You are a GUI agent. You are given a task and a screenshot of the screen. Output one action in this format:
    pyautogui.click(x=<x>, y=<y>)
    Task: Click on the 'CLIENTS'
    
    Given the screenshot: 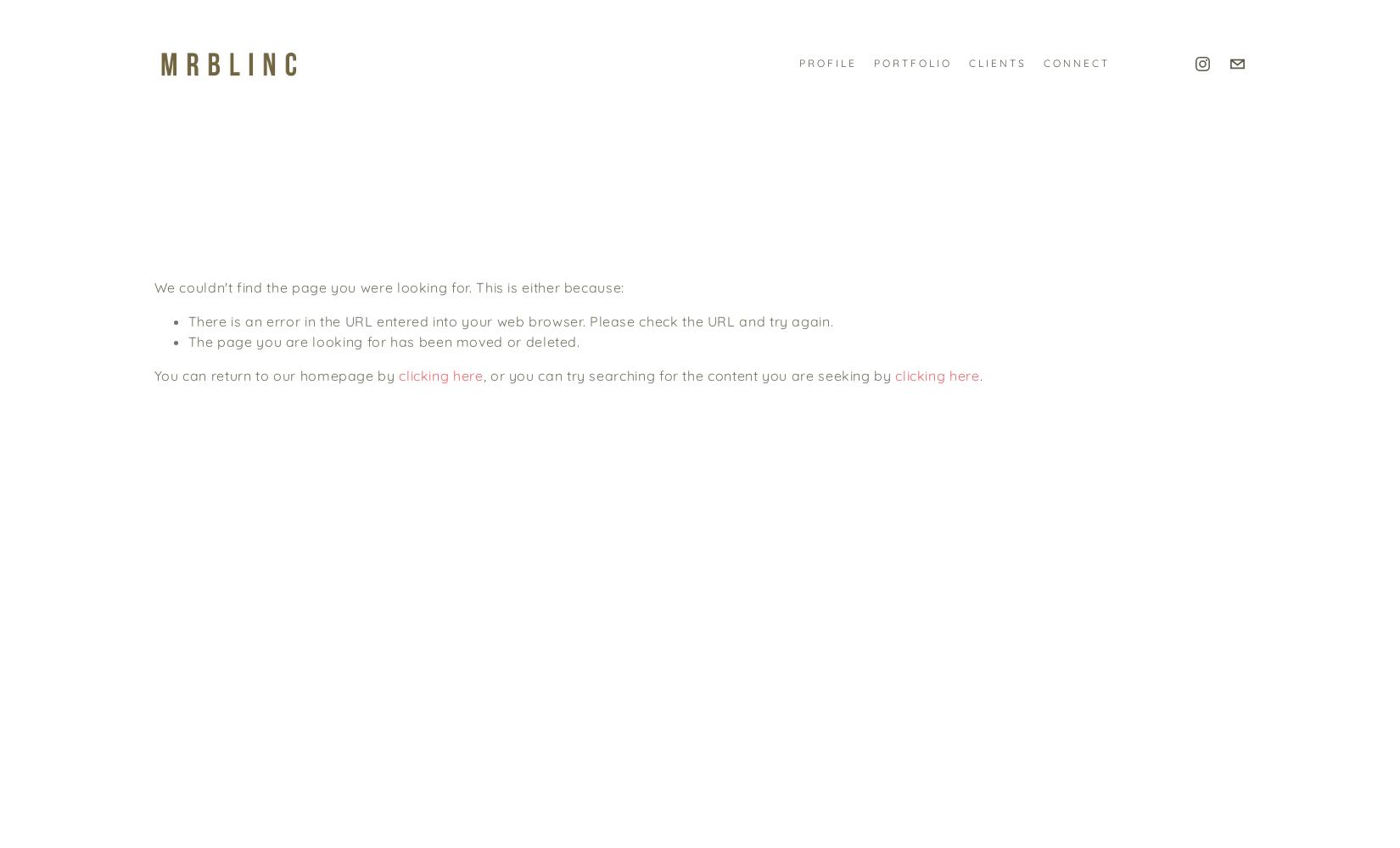 What is the action you would take?
    pyautogui.click(x=967, y=62)
    